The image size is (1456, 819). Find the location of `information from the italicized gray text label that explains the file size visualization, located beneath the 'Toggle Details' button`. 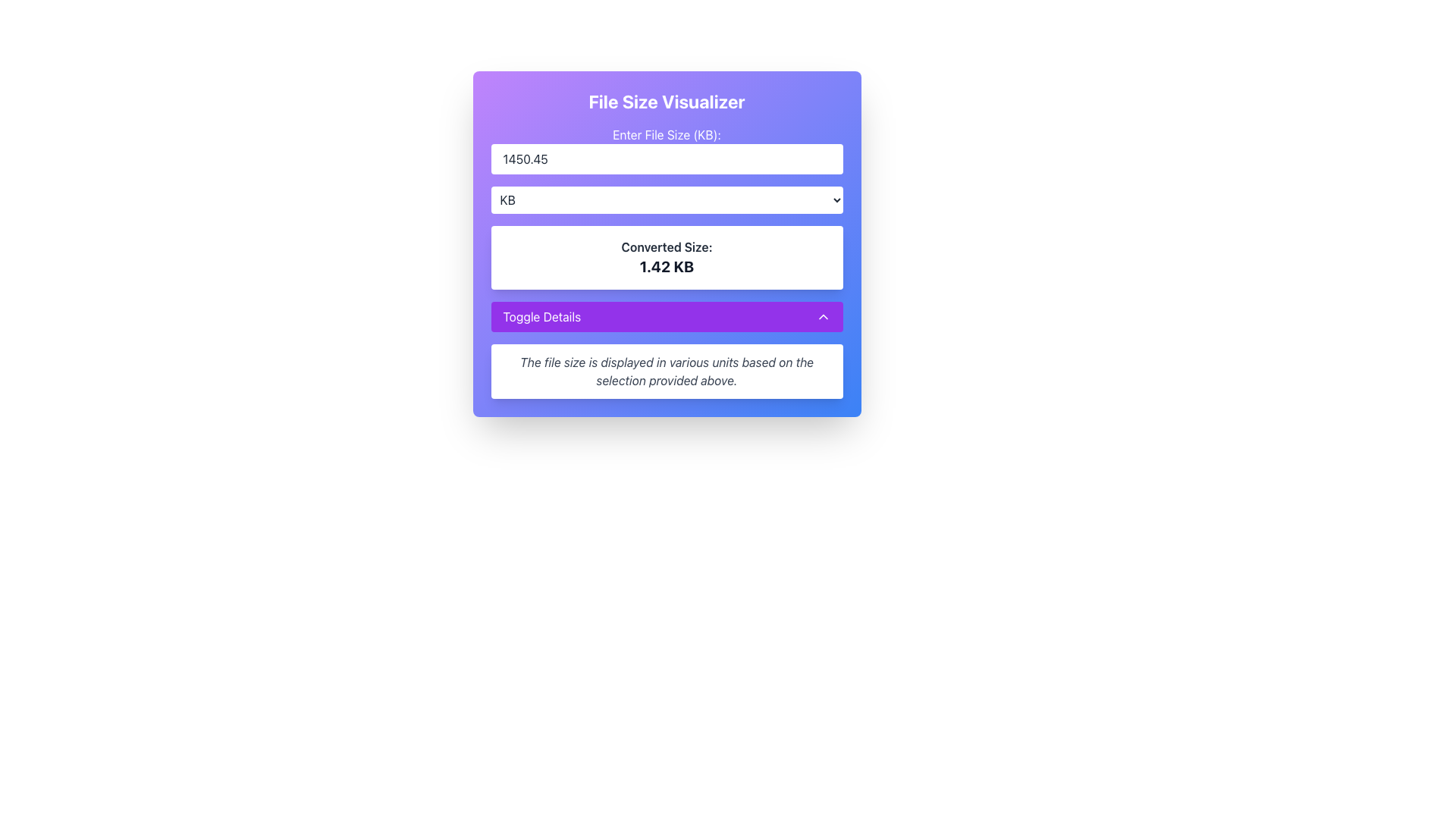

information from the italicized gray text label that explains the file size visualization, located beneath the 'Toggle Details' button is located at coordinates (667, 371).